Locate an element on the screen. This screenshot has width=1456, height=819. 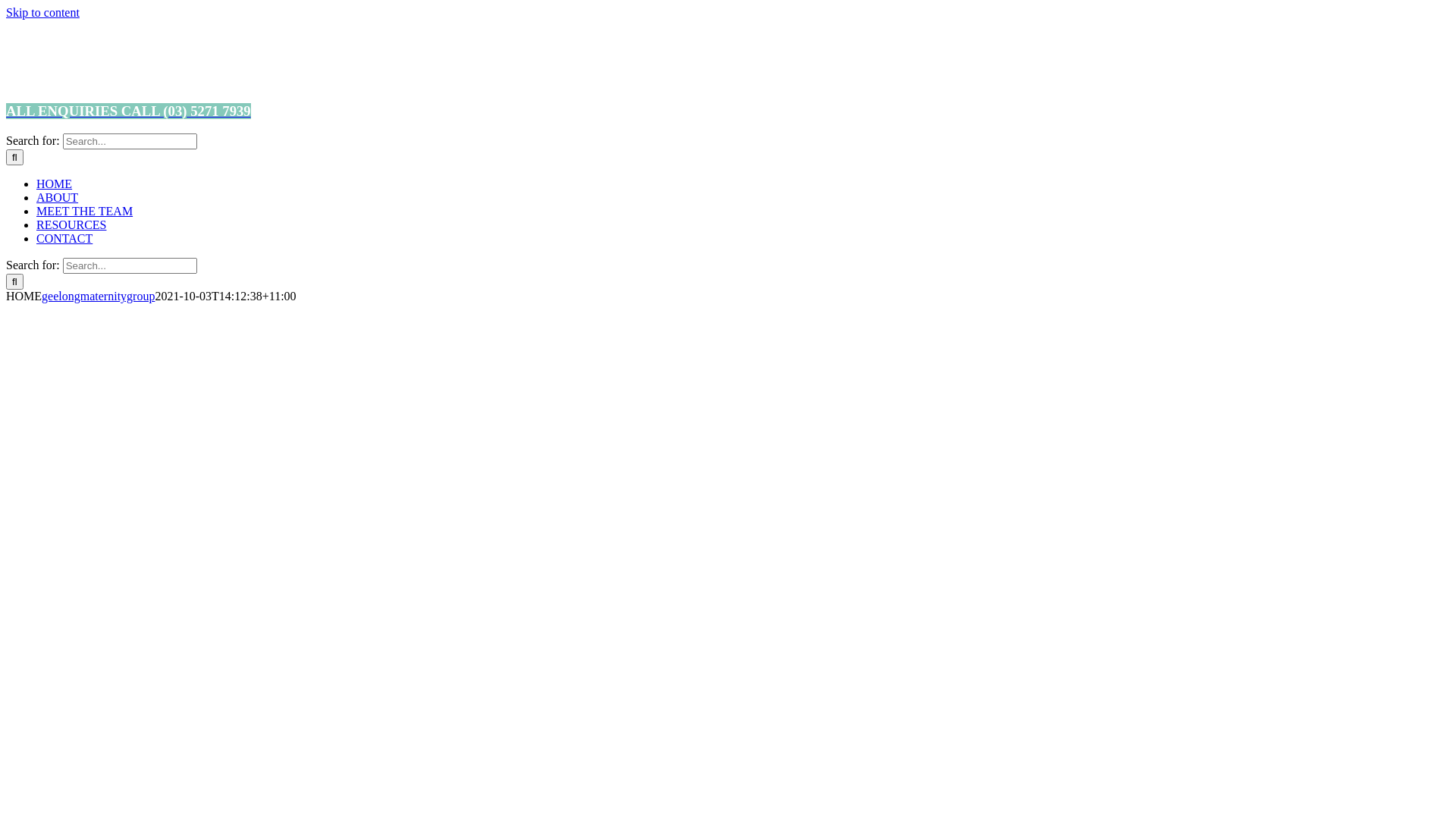
'Skip to content' is located at coordinates (42, 12).